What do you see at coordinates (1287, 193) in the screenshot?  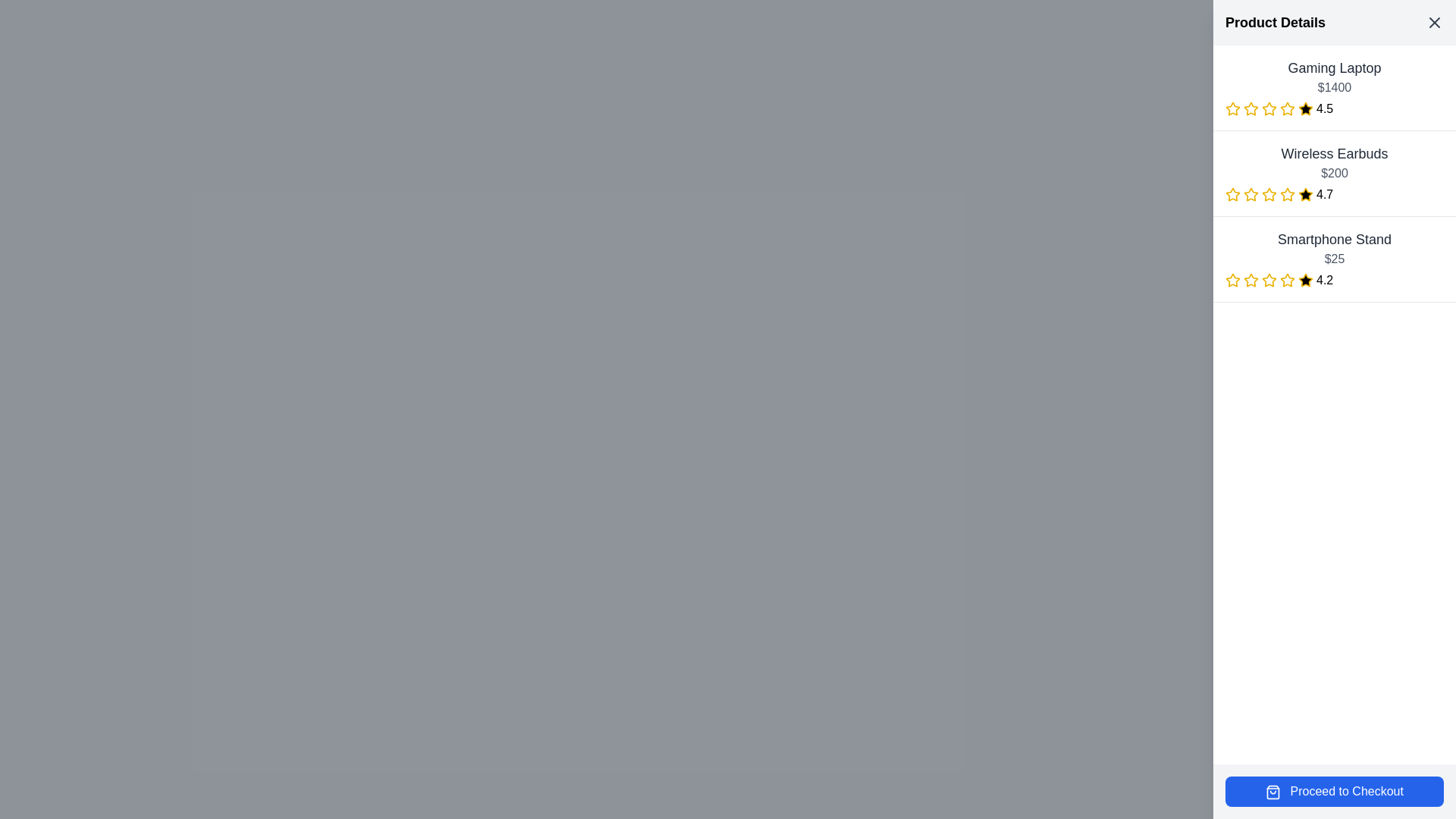 I see `the yellow star icon, which is the fourth in a horizontal row of five stars representing ratings for the 'Wireless Earbuds' product card` at bounding box center [1287, 193].